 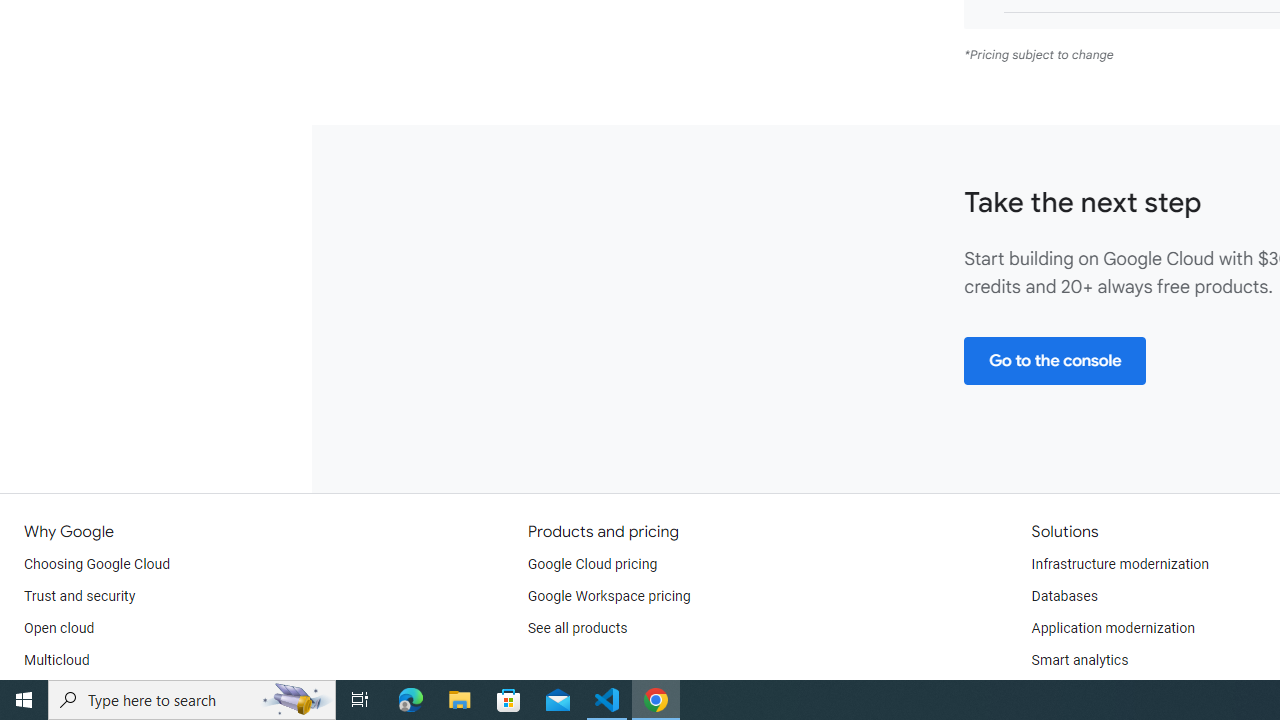 I want to click on 'Choosing Google Cloud', so click(x=96, y=564).